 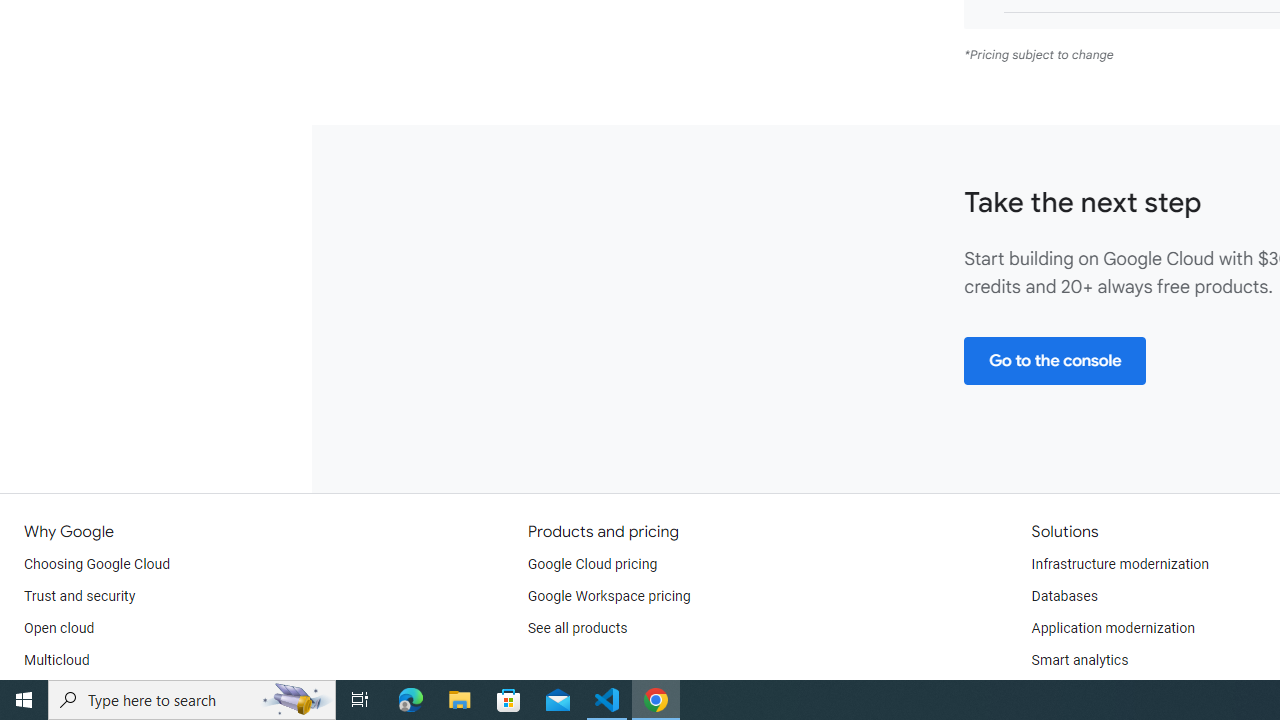 I want to click on 'Choosing Google Cloud', so click(x=96, y=564).